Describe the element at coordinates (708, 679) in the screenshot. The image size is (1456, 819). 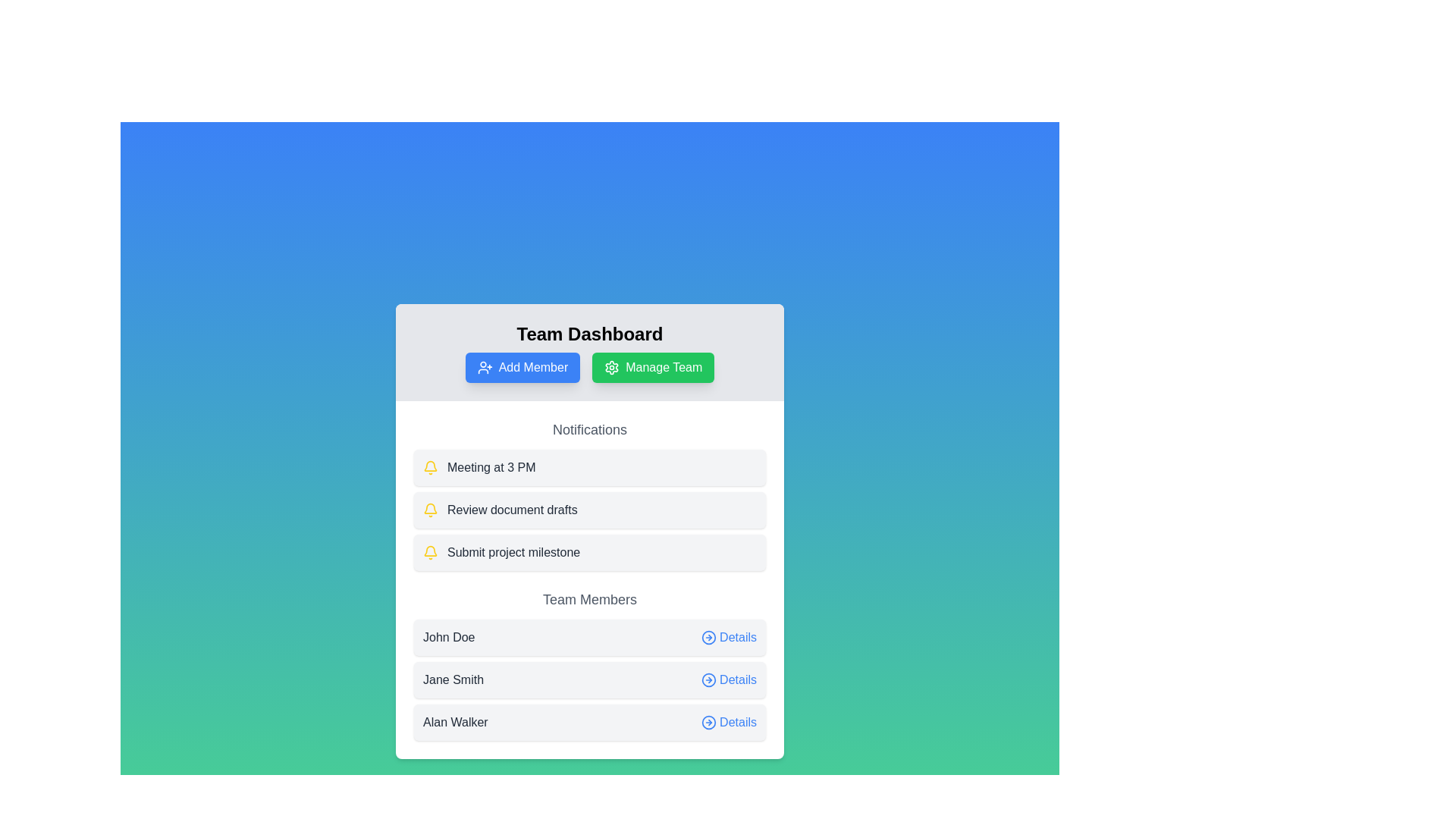
I see `the decorative circular SVG element that visually frames the arrow graphic for user 'Jane Smith' in the 'Team Members' section` at that location.